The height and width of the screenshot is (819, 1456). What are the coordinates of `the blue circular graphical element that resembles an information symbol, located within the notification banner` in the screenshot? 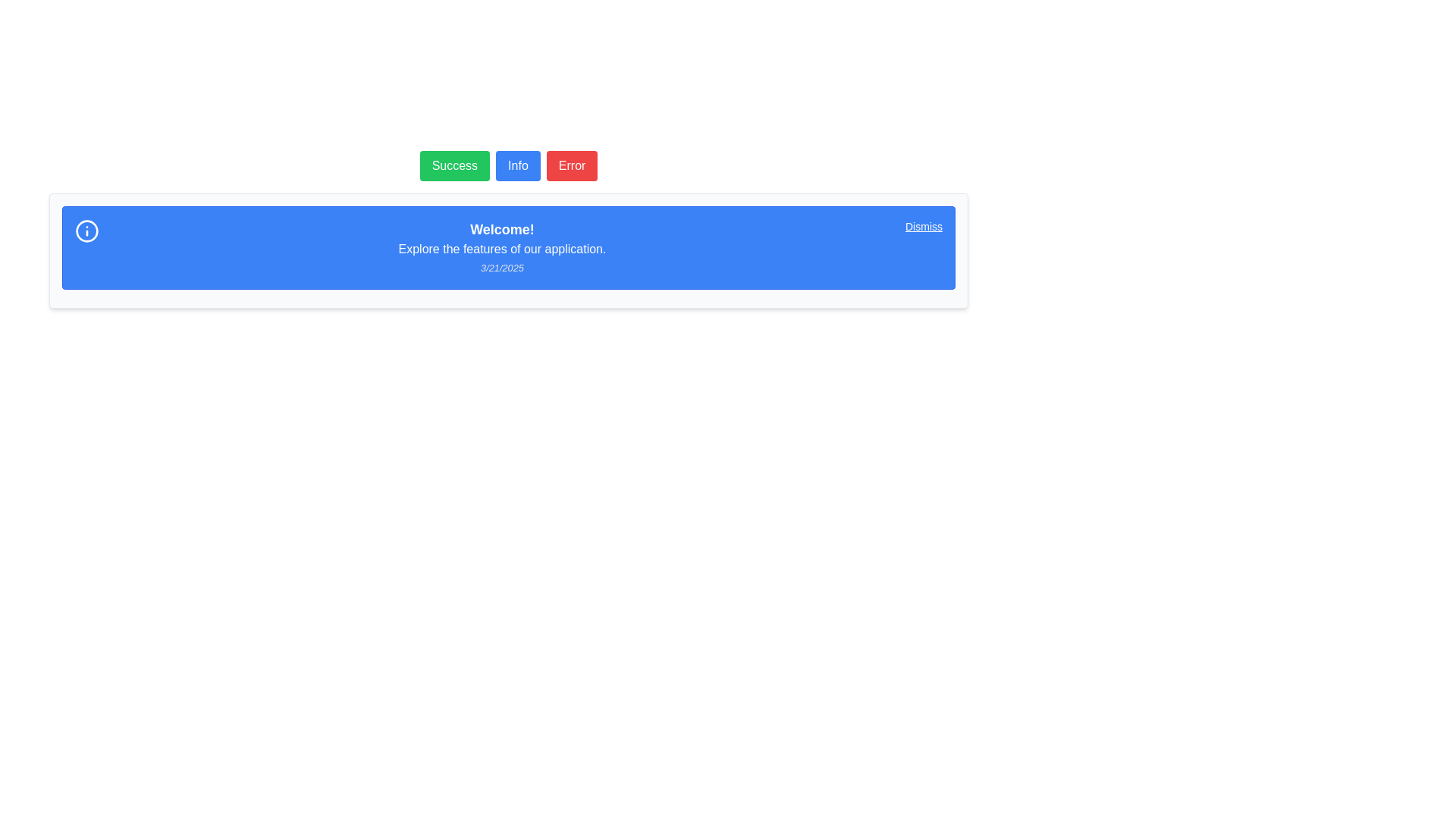 It's located at (86, 231).